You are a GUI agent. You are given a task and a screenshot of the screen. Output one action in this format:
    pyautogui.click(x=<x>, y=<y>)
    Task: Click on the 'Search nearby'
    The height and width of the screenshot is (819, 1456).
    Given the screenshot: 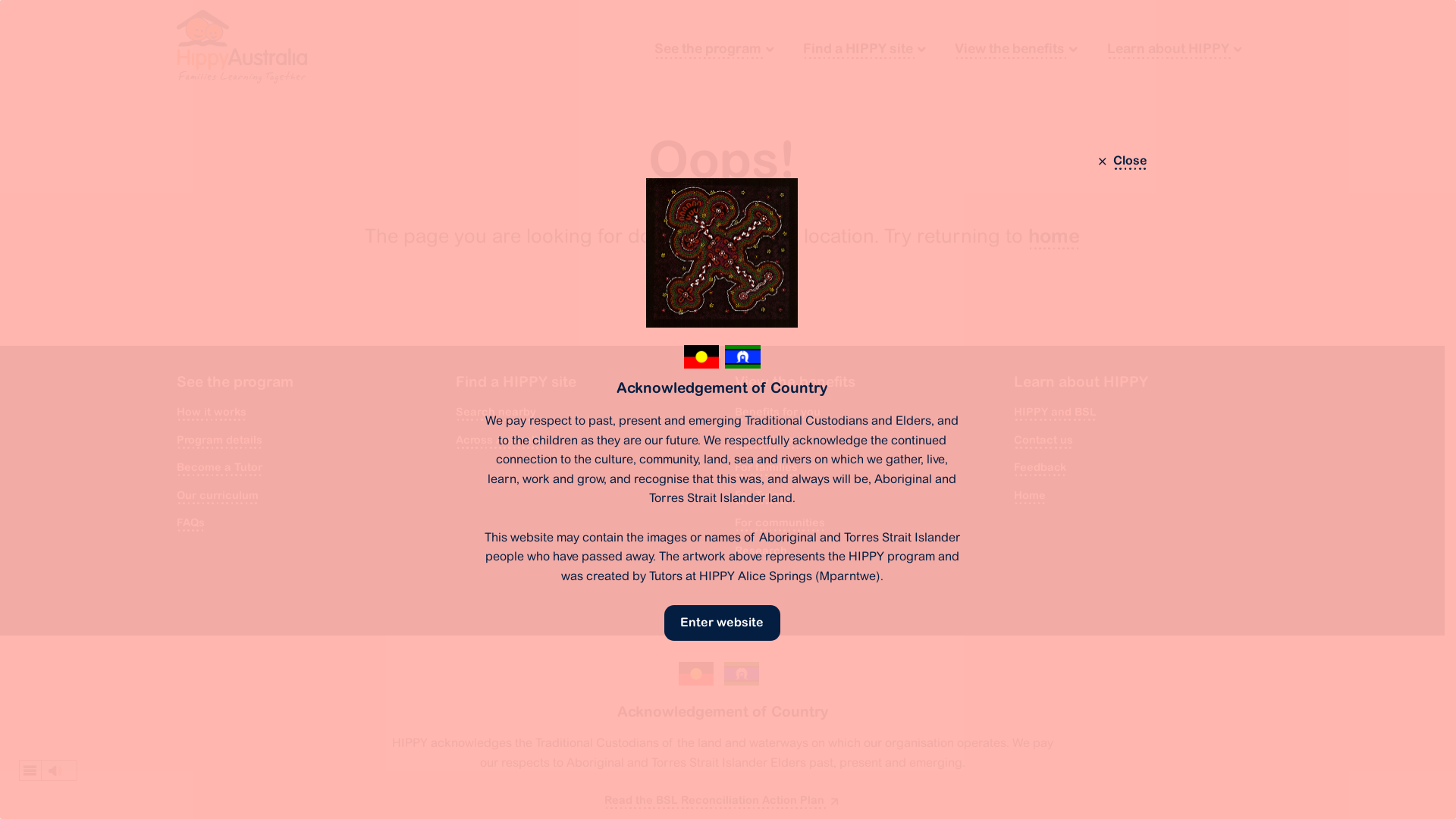 What is the action you would take?
    pyautogui.click(x=454, y=412)
    